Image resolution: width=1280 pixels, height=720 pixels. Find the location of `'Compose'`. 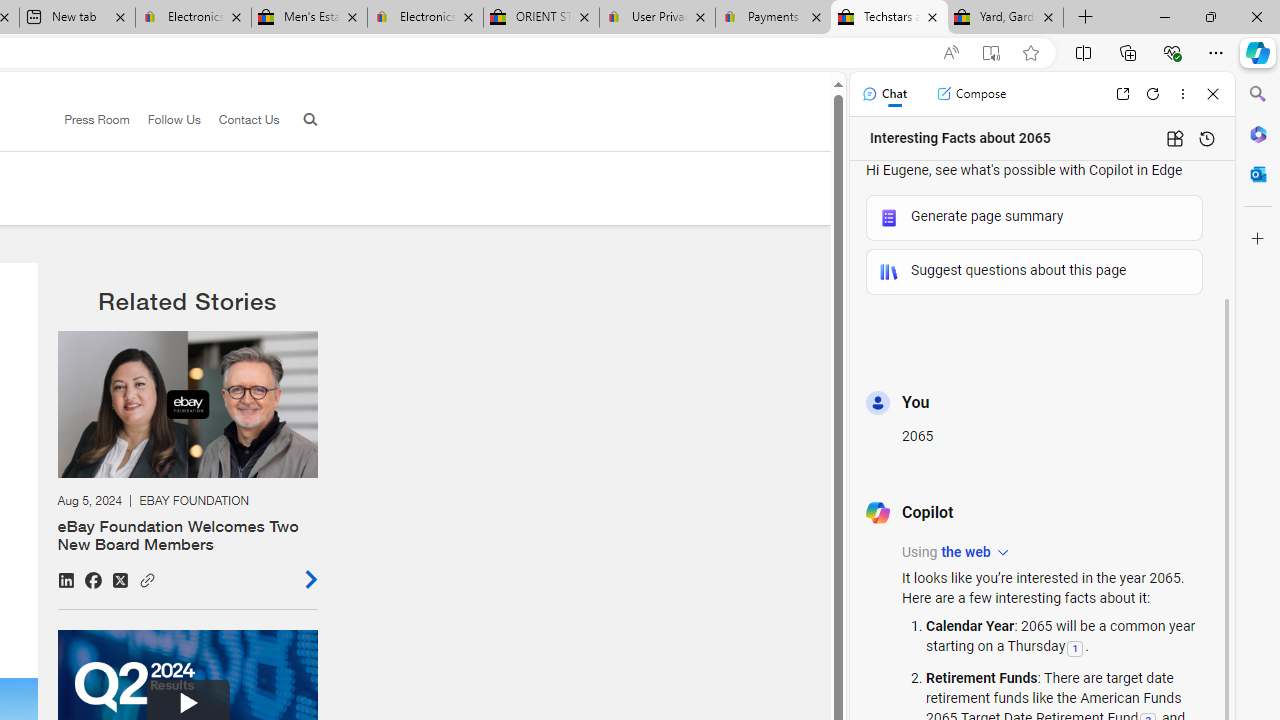

'Compose' is located at coordinates (971, 93).